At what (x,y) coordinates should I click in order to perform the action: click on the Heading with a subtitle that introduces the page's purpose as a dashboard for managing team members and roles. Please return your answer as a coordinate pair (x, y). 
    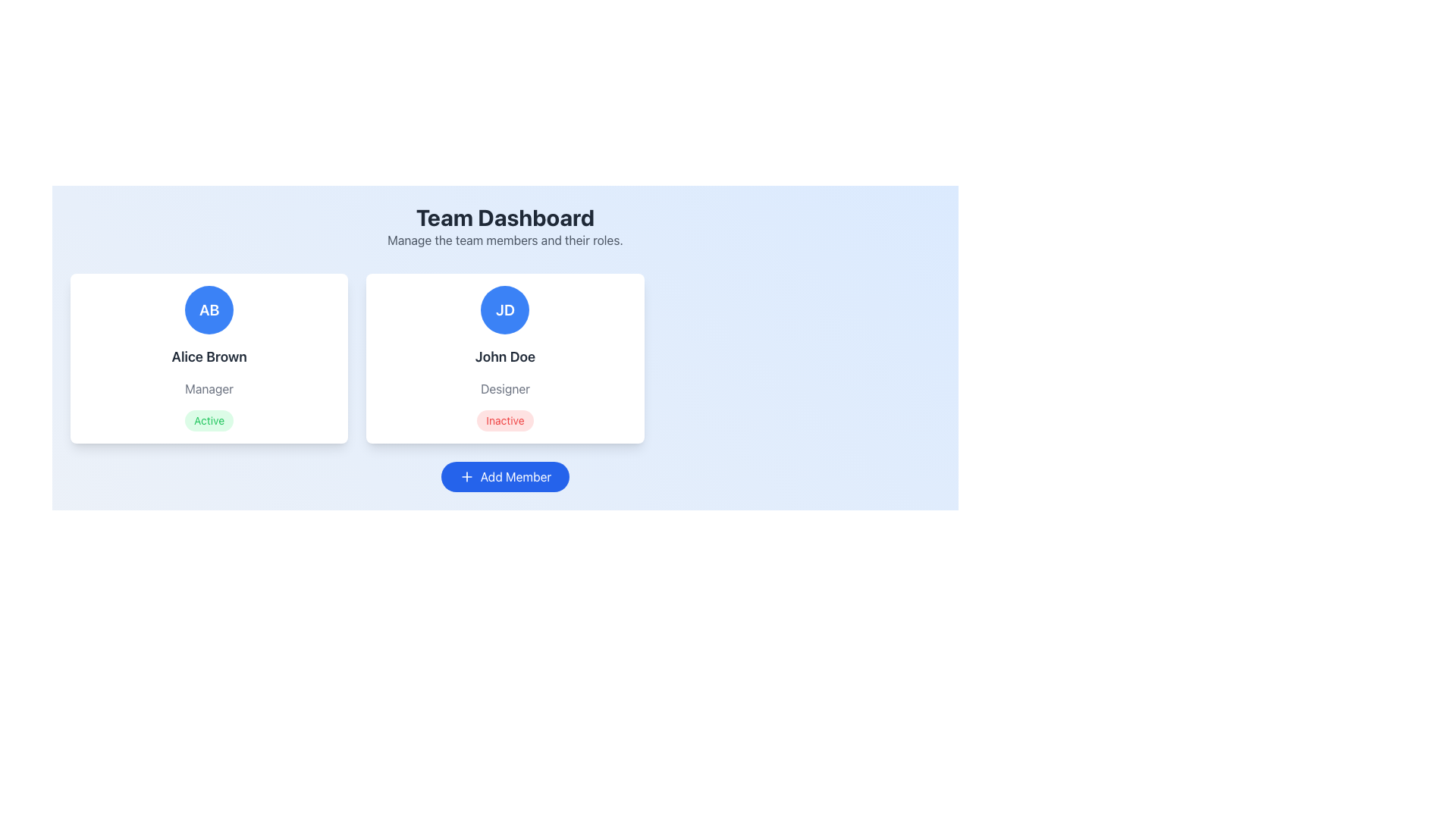
    Looking at the image, I should click on (505, 227).